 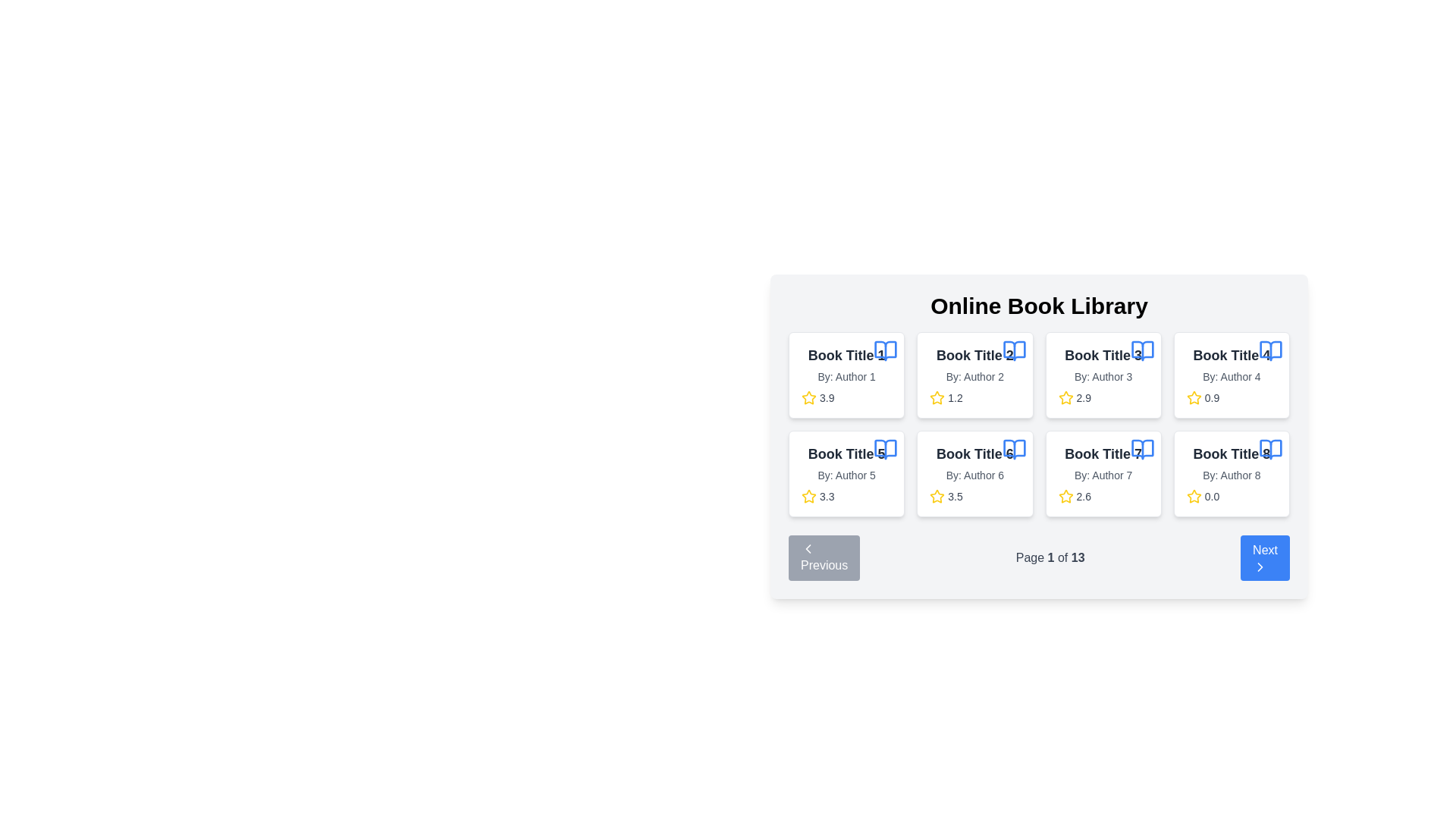 What do you see at coordinates (1193, 397) in the screenshot?
I see `the rating indicator star icon located below the title 'Book Title 4' and adjacent to the numerical value '0.9'` at bounding box center [1193, 397].